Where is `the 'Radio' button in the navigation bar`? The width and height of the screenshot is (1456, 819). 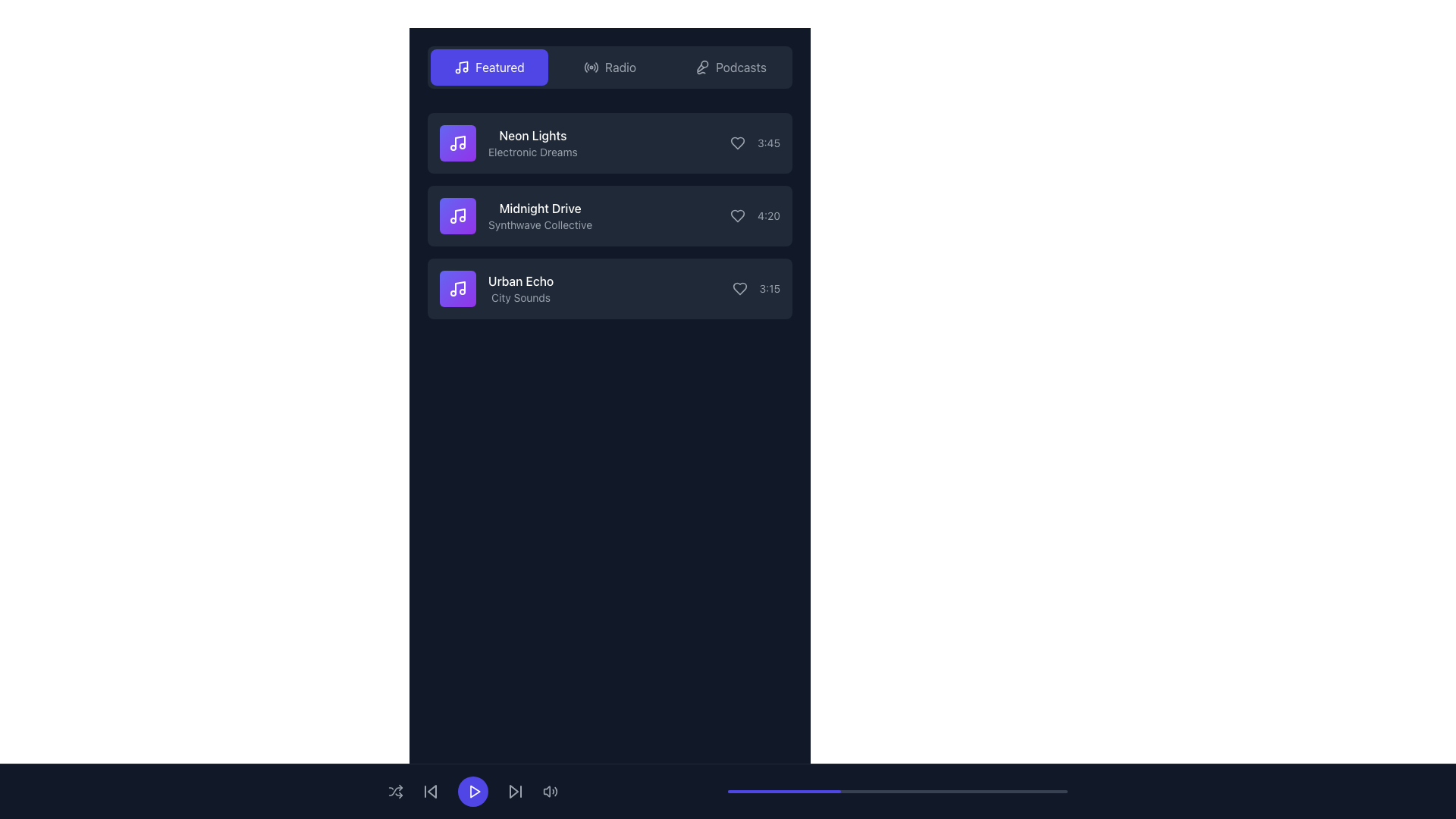 the 'Radio' button in the navigation bar is located at coordinates (610, 66).